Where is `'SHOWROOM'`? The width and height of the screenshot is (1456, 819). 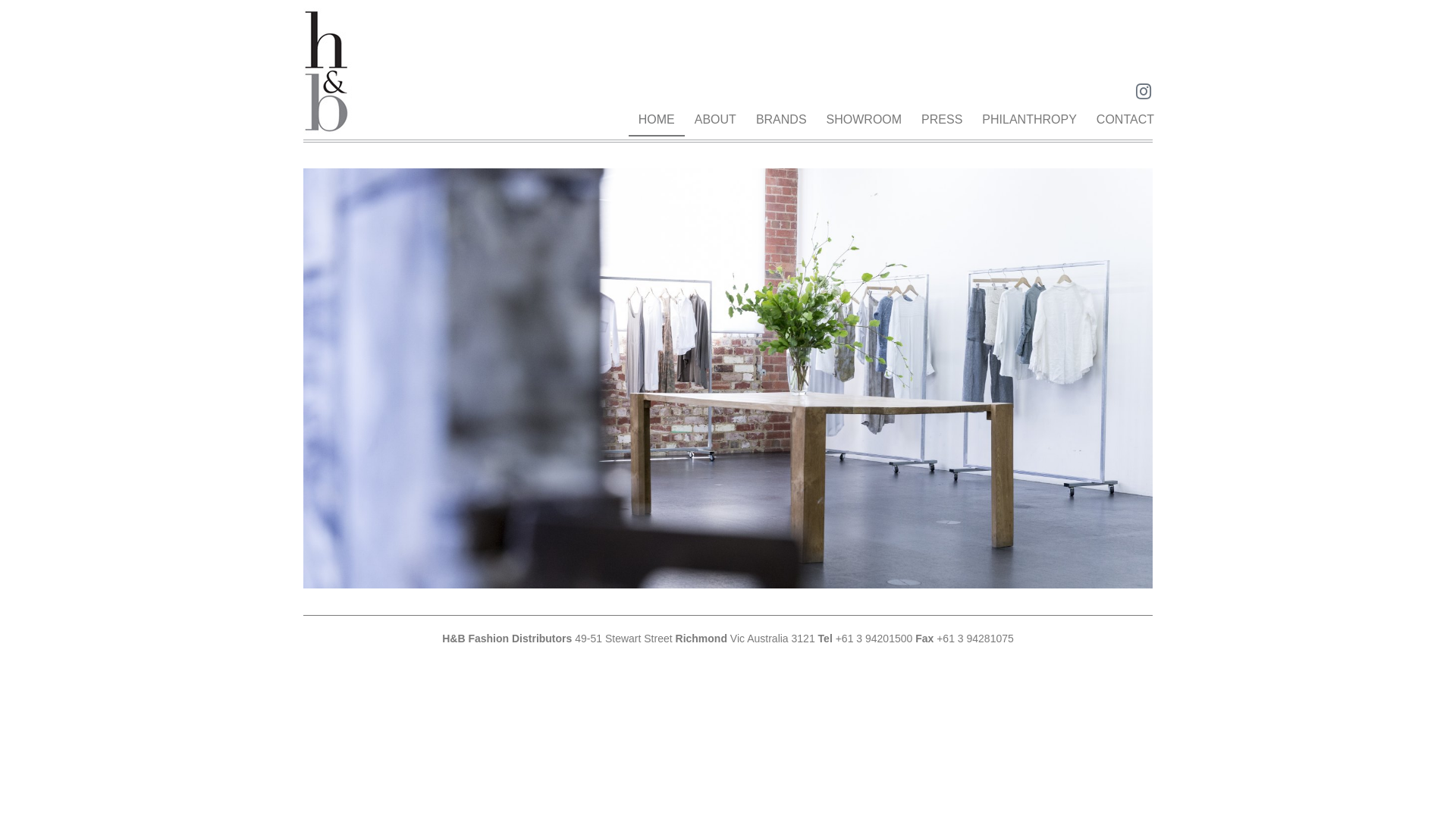
'SHOWROOM' is located at coordinates (864, 119).